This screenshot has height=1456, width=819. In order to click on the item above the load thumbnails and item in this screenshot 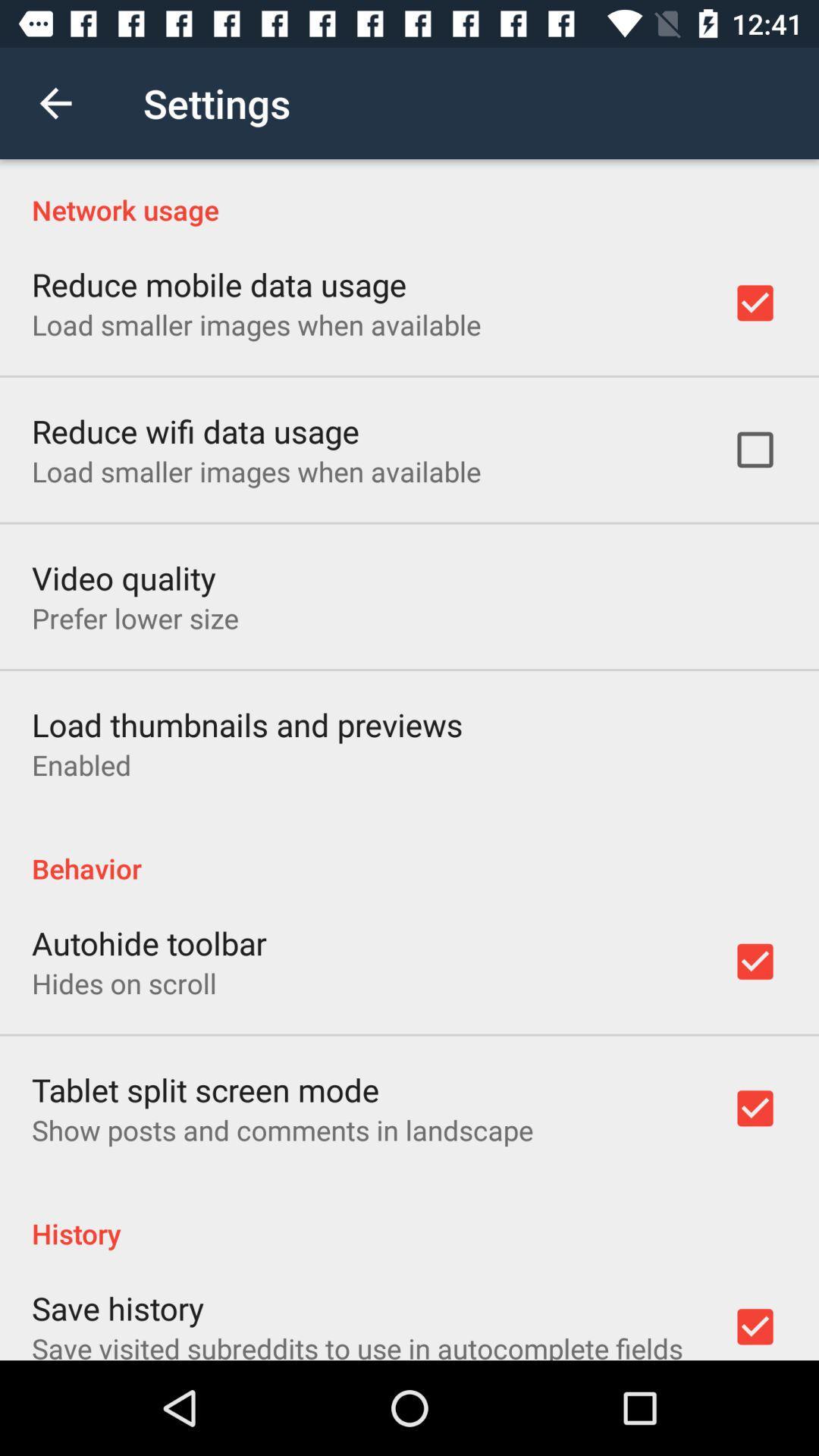, I will do `click(134, 618)`.